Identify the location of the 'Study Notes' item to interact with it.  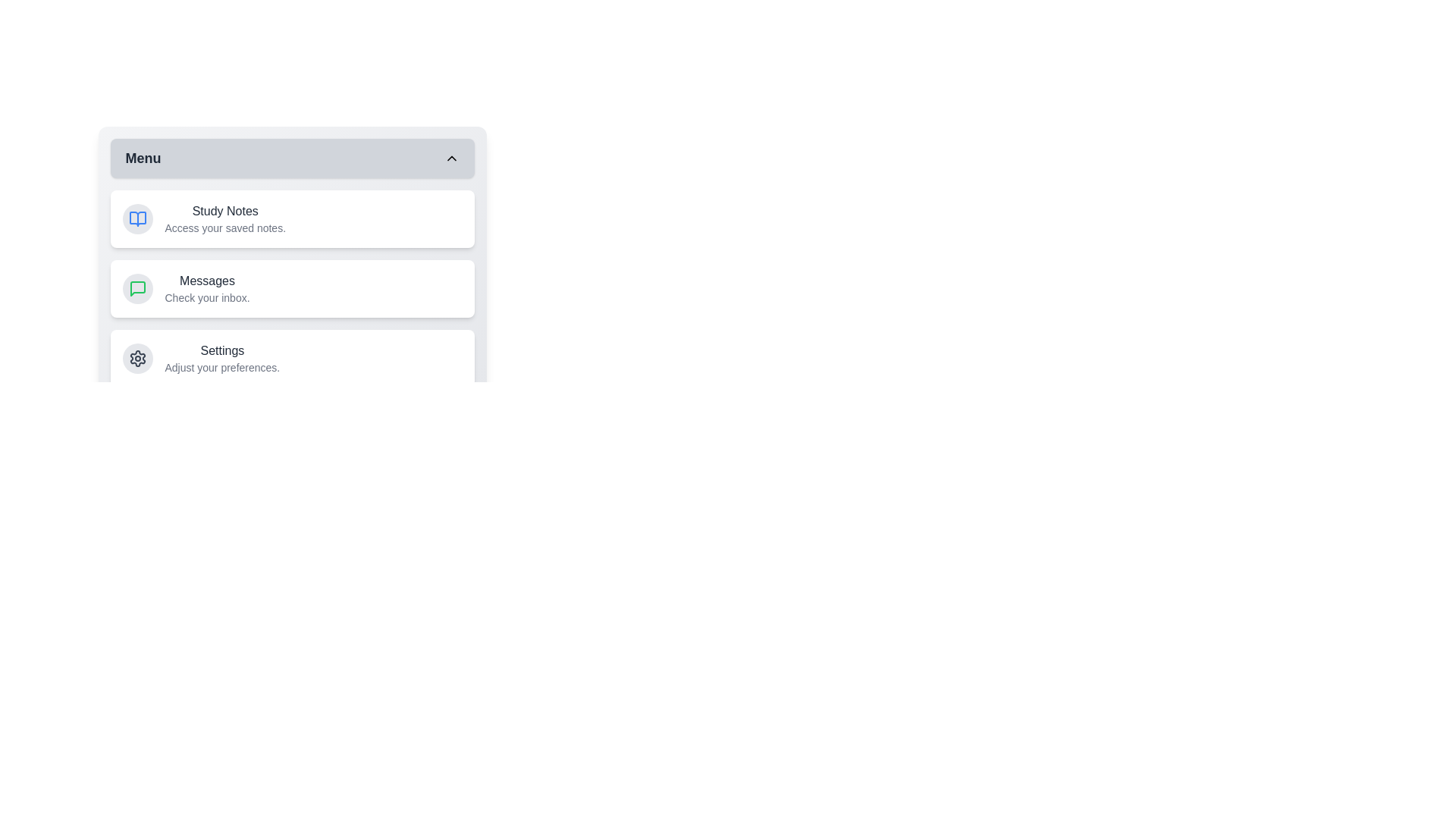
(292, 219).